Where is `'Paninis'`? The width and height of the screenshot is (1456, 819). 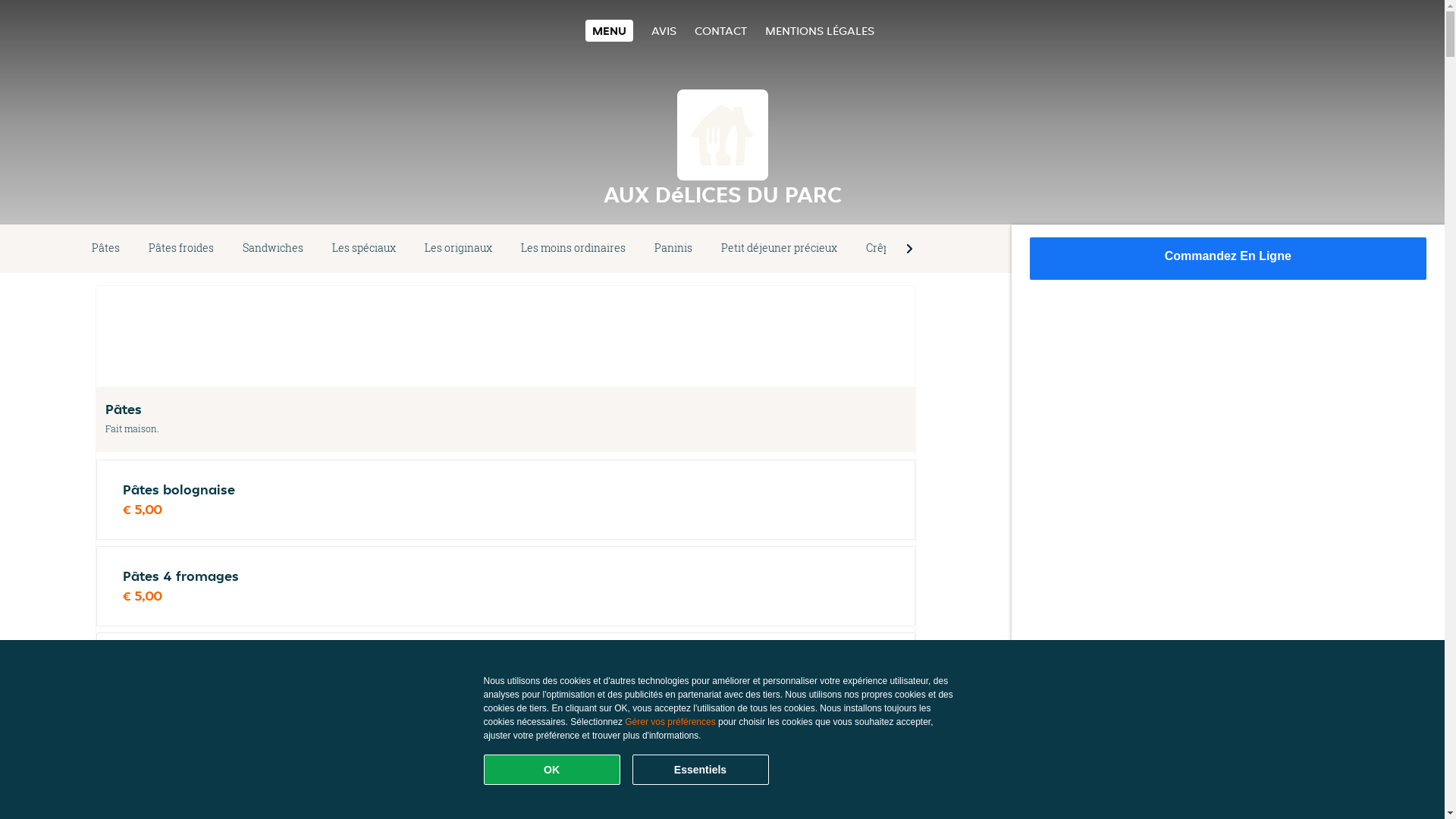
'Paninis' is located at coordinates (673, 247).